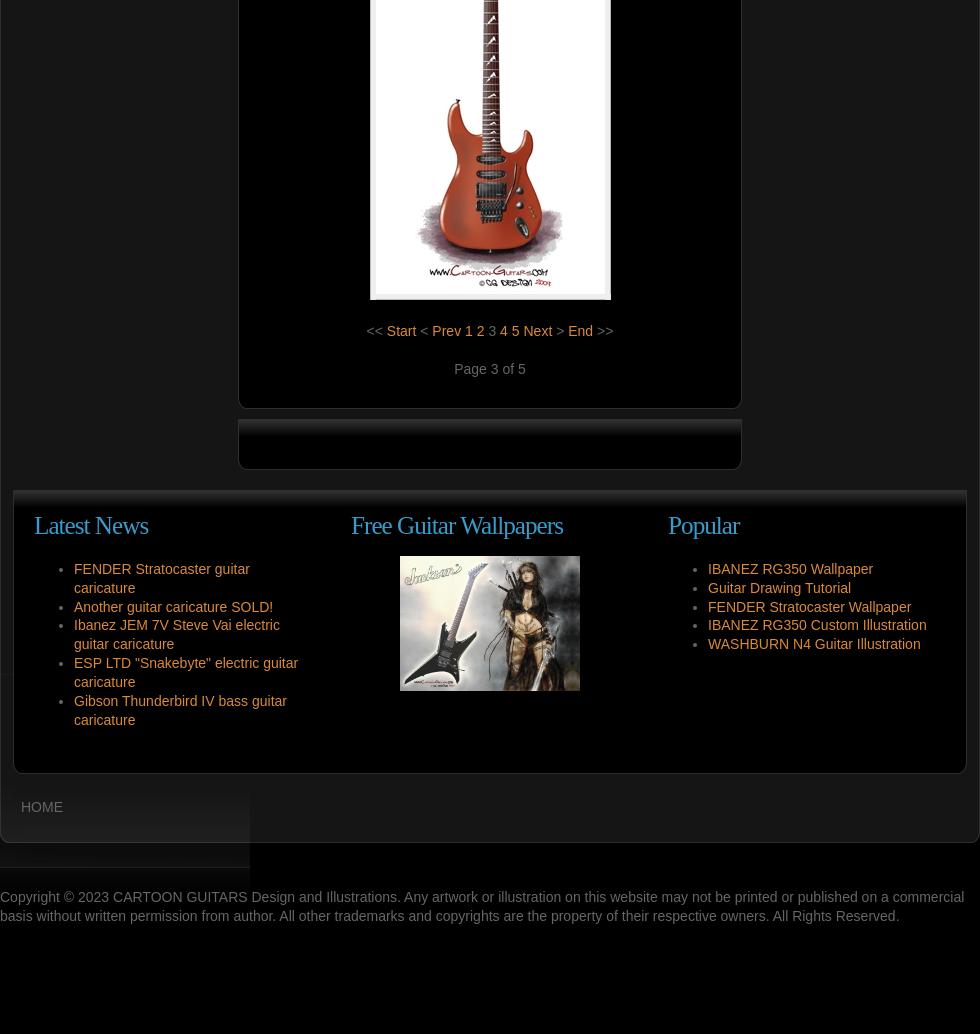 The height and width of the screenshot is (1034, 980). Describe the element at coordinates (173, 606) in the screenshot. I see `'Another guitar caricature SOLD!'` at that location.